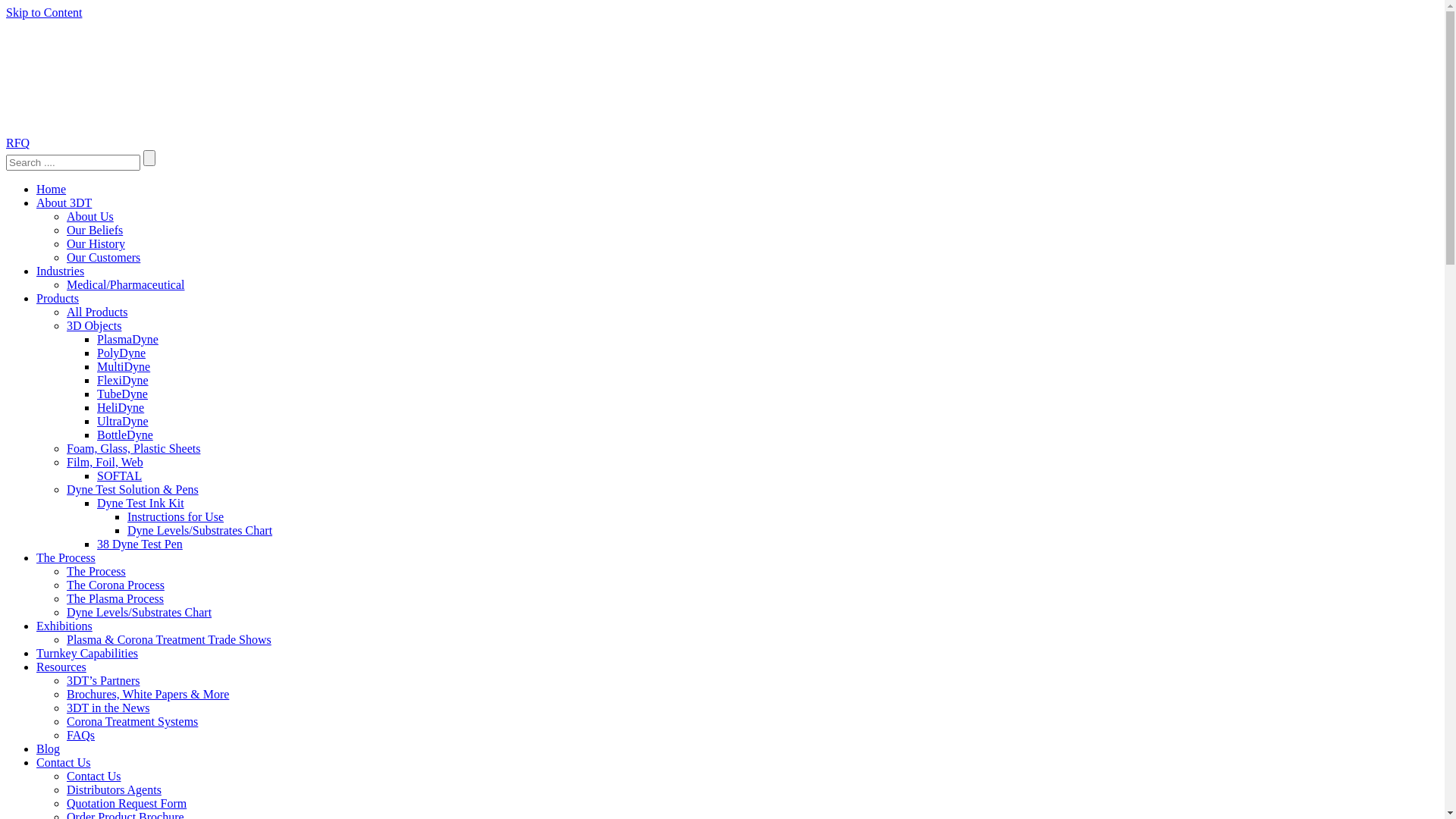 This screenshot has width=1456, height=819. What do you see at coordinates (104, 461) in the screenshot?
I see `'Film, Foil, Web'` at bounding box center [104, 461].